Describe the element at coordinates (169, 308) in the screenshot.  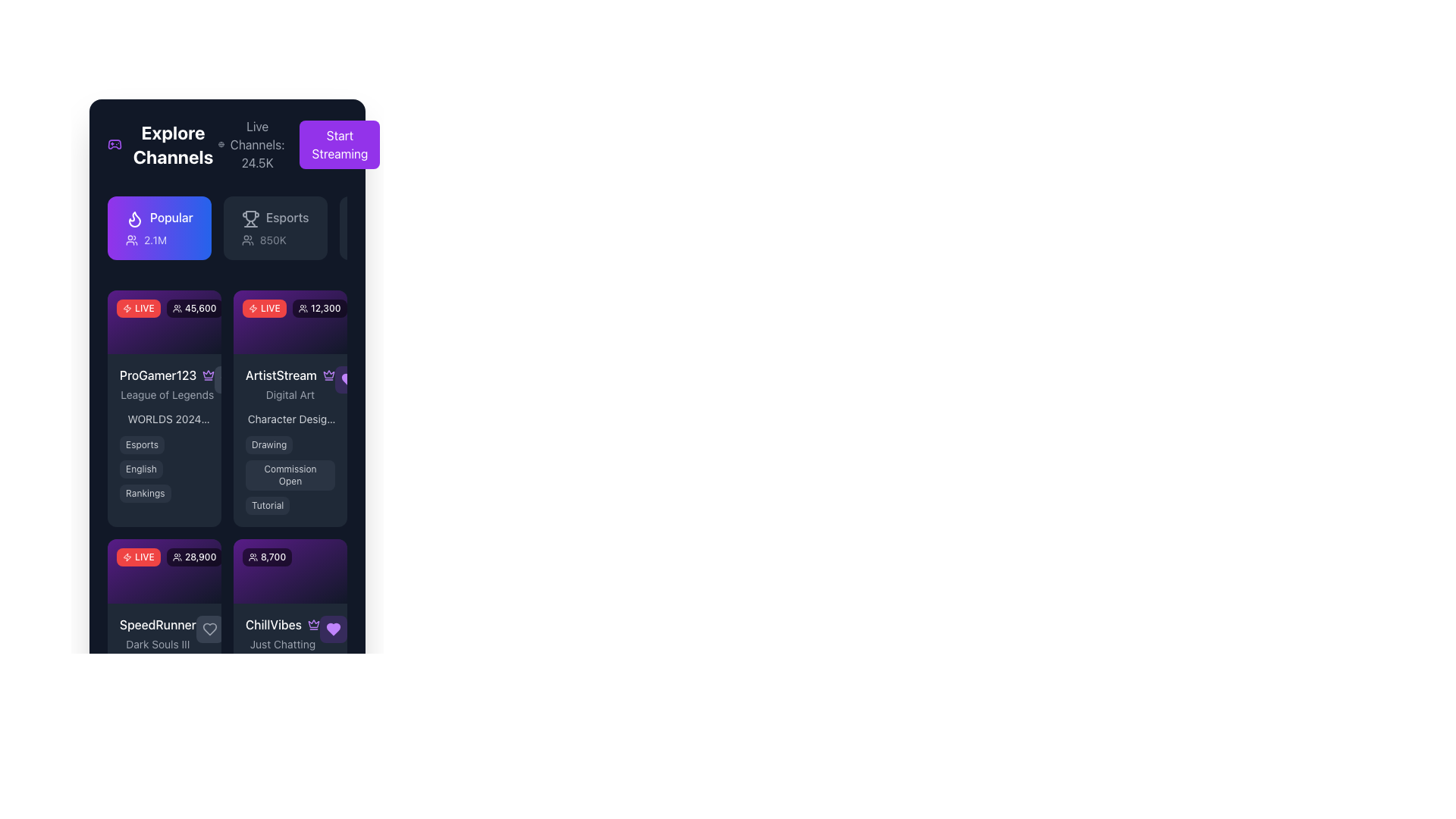
I see `the label with badges indicating the live status and viewer count of the first streaming channel in the 'Explore Channels' section` at that location.